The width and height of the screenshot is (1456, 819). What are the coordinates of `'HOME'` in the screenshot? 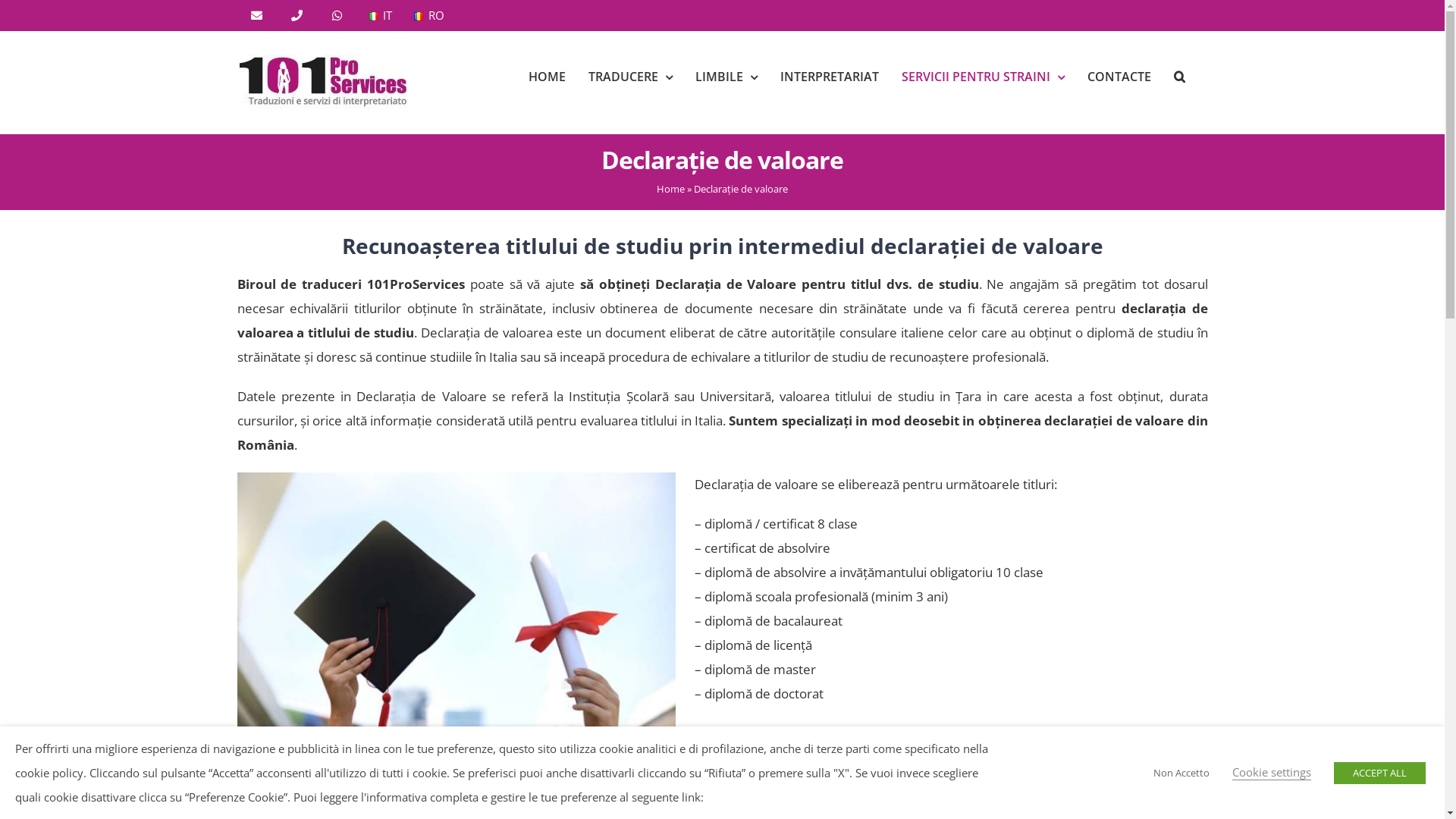 It's located at (546, 76).